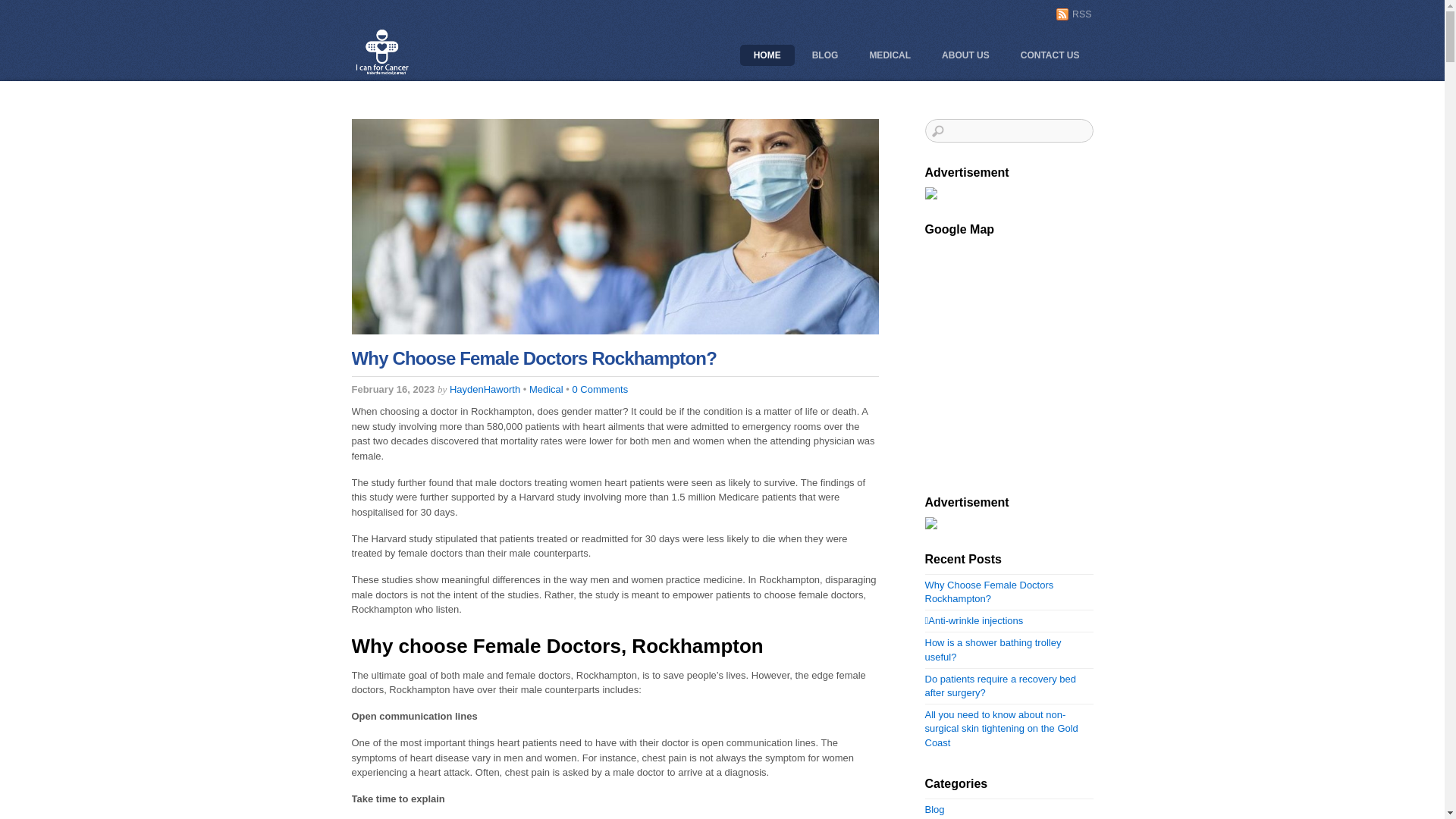  Describe the element at coordinates (599, 388) in the screenshot. I see `'0 Comments'` at that location.